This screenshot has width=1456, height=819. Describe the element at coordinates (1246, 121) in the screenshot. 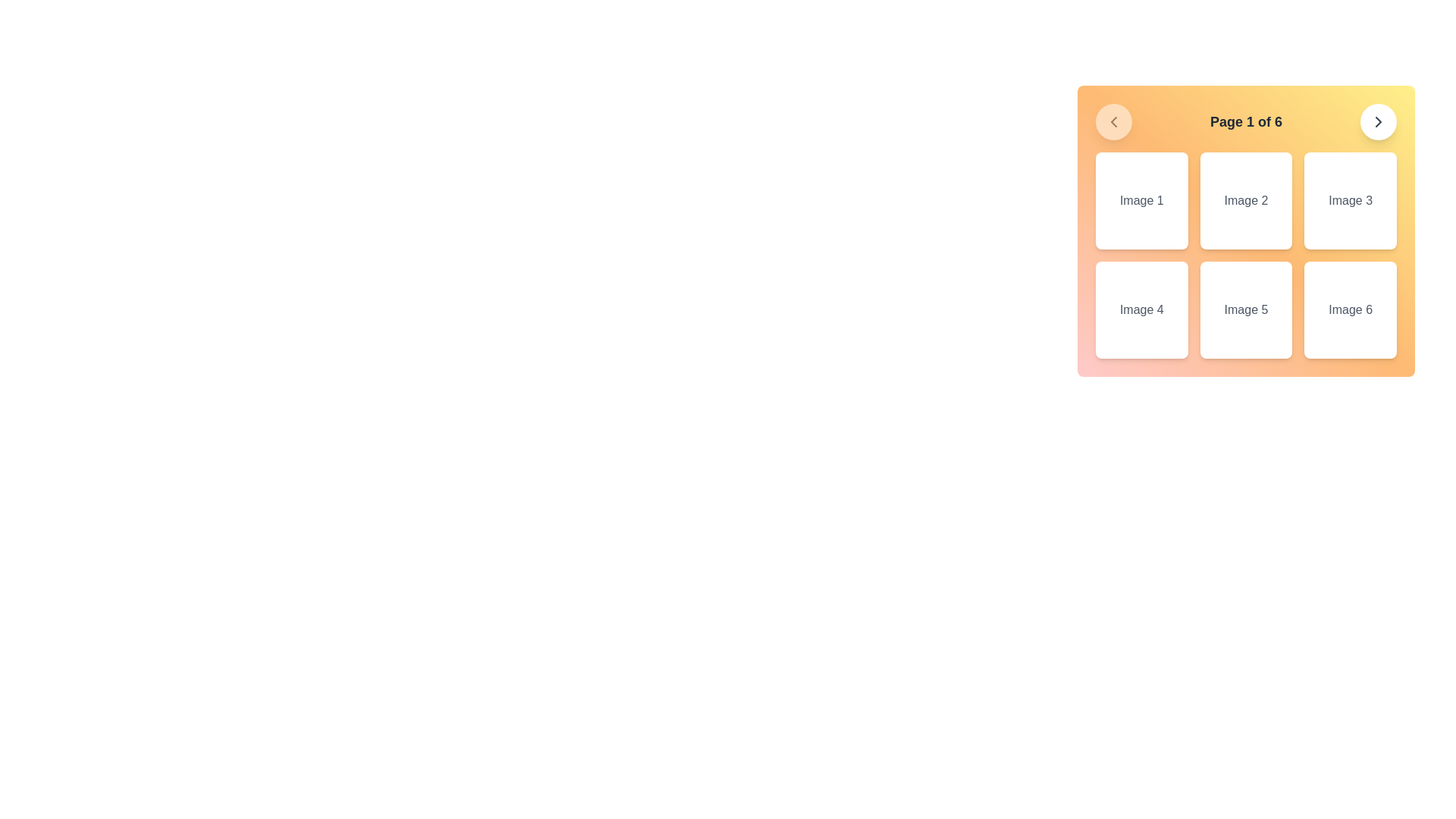

I see `the textual element displaying 'Page 1 of 6' which is styled with a bold font and dark color, located in the top section of a card-like layout` at that location.